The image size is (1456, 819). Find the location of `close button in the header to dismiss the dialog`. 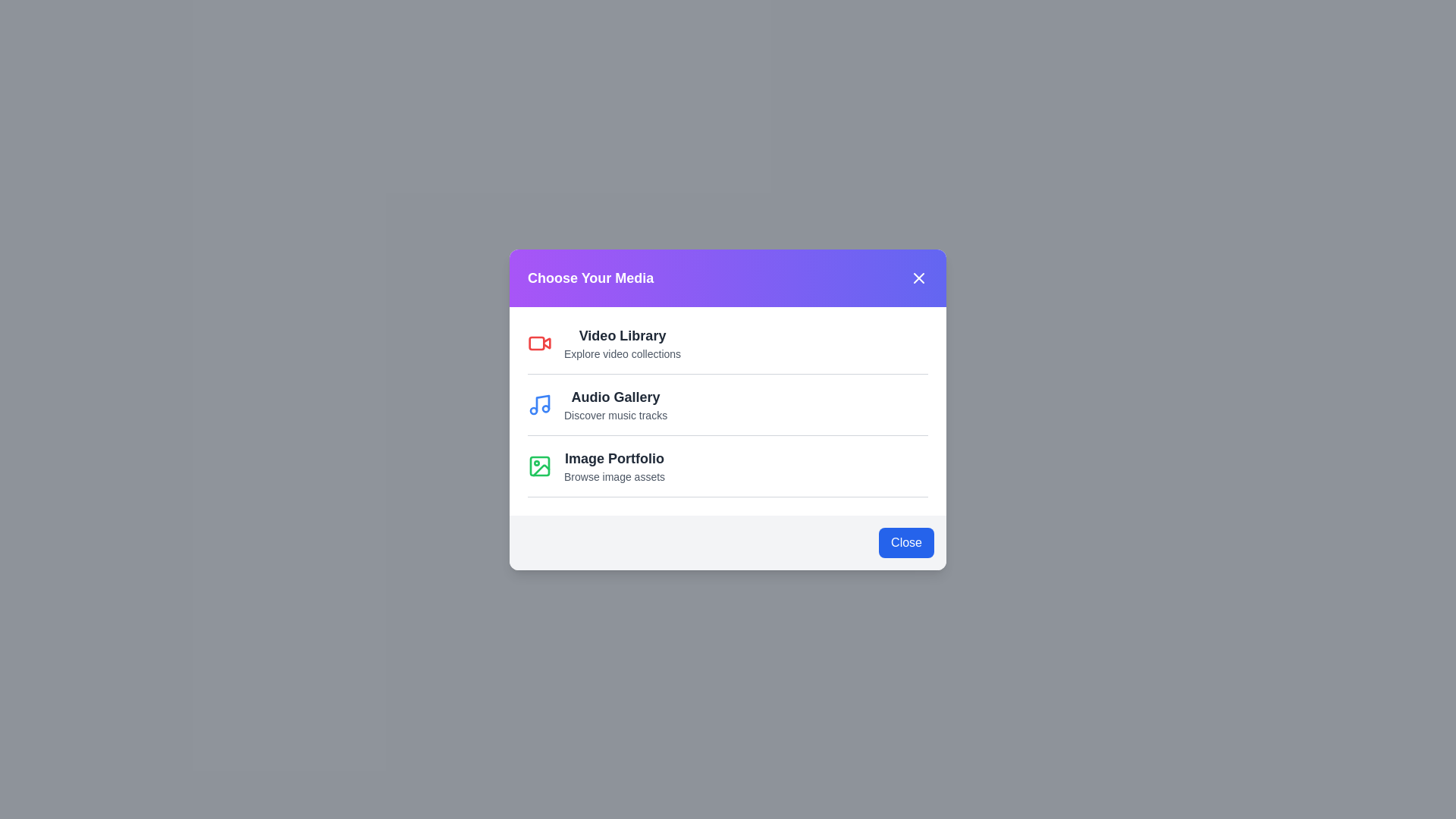

close button in the header to dismiss the dialog is located at coordinates (918, 278).